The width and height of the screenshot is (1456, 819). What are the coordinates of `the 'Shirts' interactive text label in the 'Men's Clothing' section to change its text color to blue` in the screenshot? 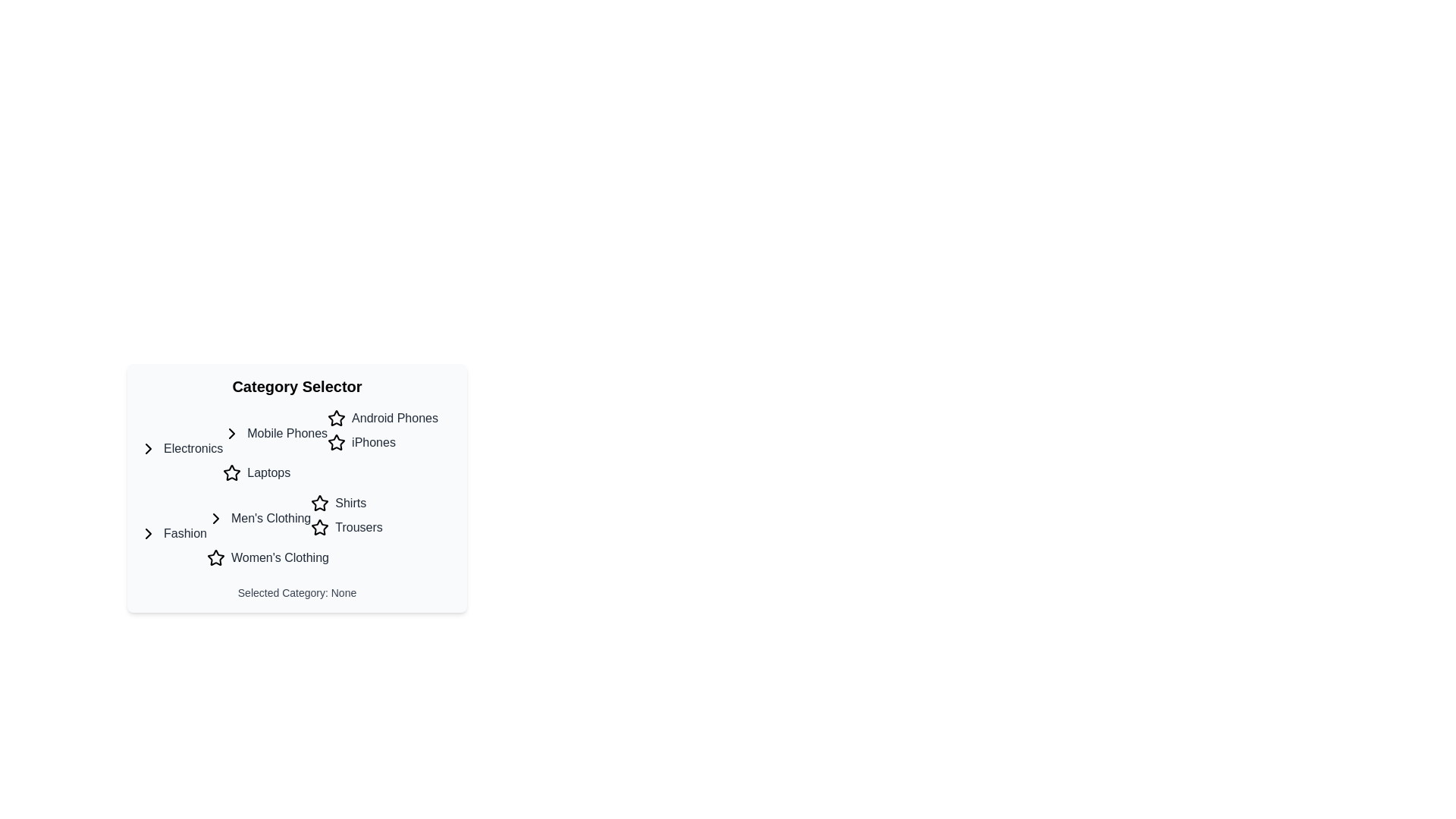 It's located at (350, 503).